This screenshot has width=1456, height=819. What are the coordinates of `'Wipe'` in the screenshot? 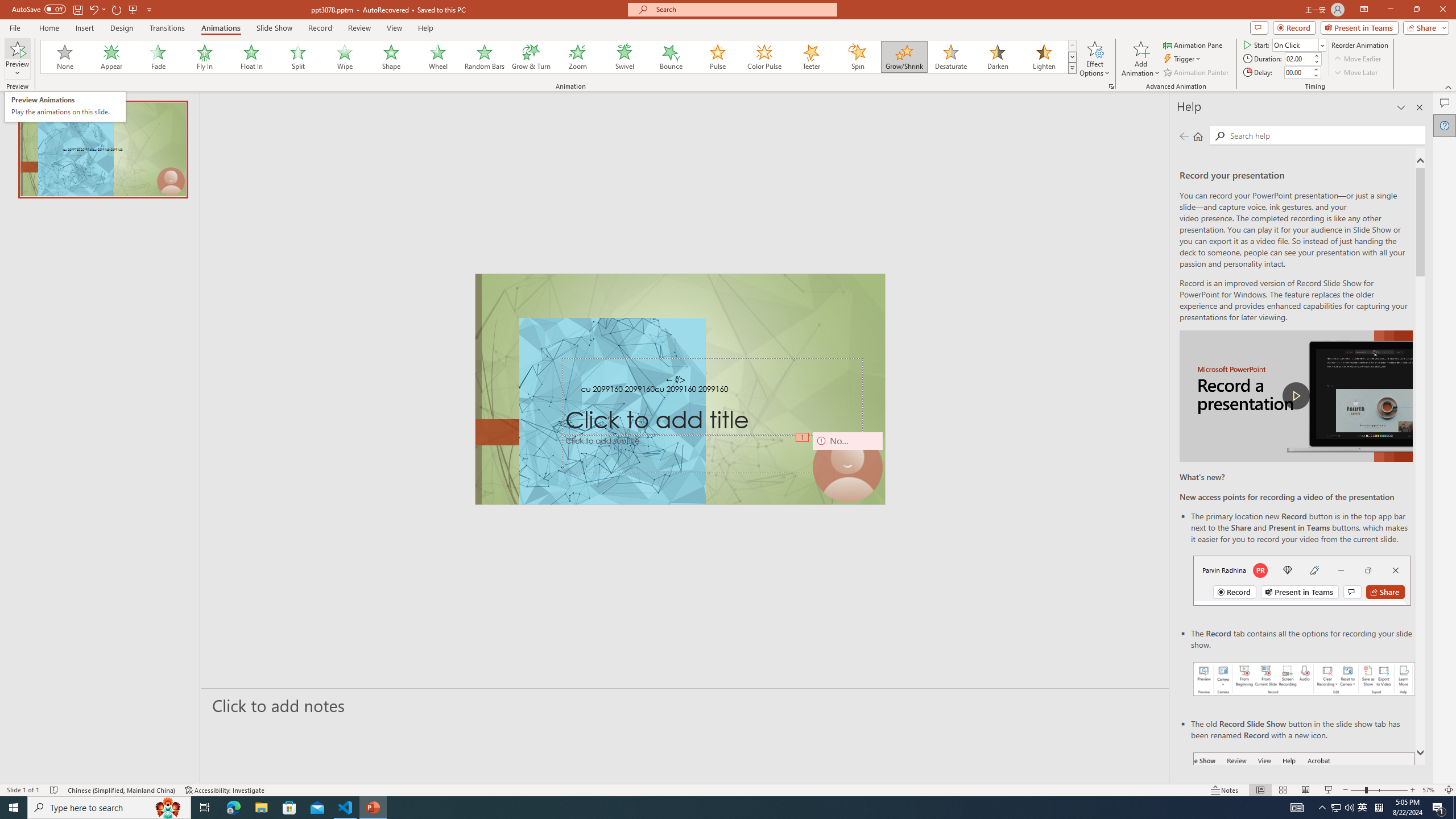 It's located at (345, 56).